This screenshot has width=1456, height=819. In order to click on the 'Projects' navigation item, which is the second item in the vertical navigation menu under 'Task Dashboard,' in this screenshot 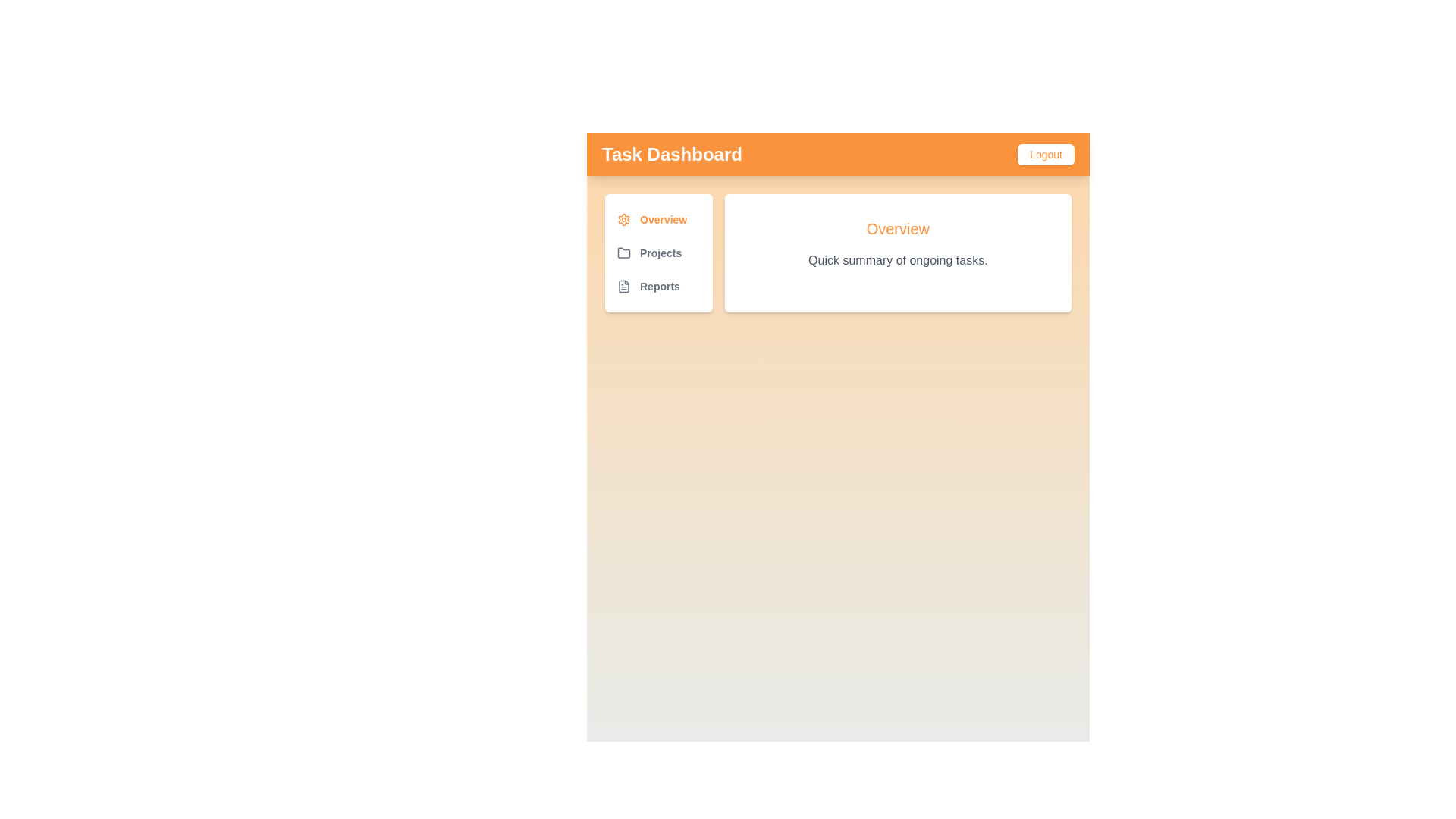, I will do `click(658, 253)`.